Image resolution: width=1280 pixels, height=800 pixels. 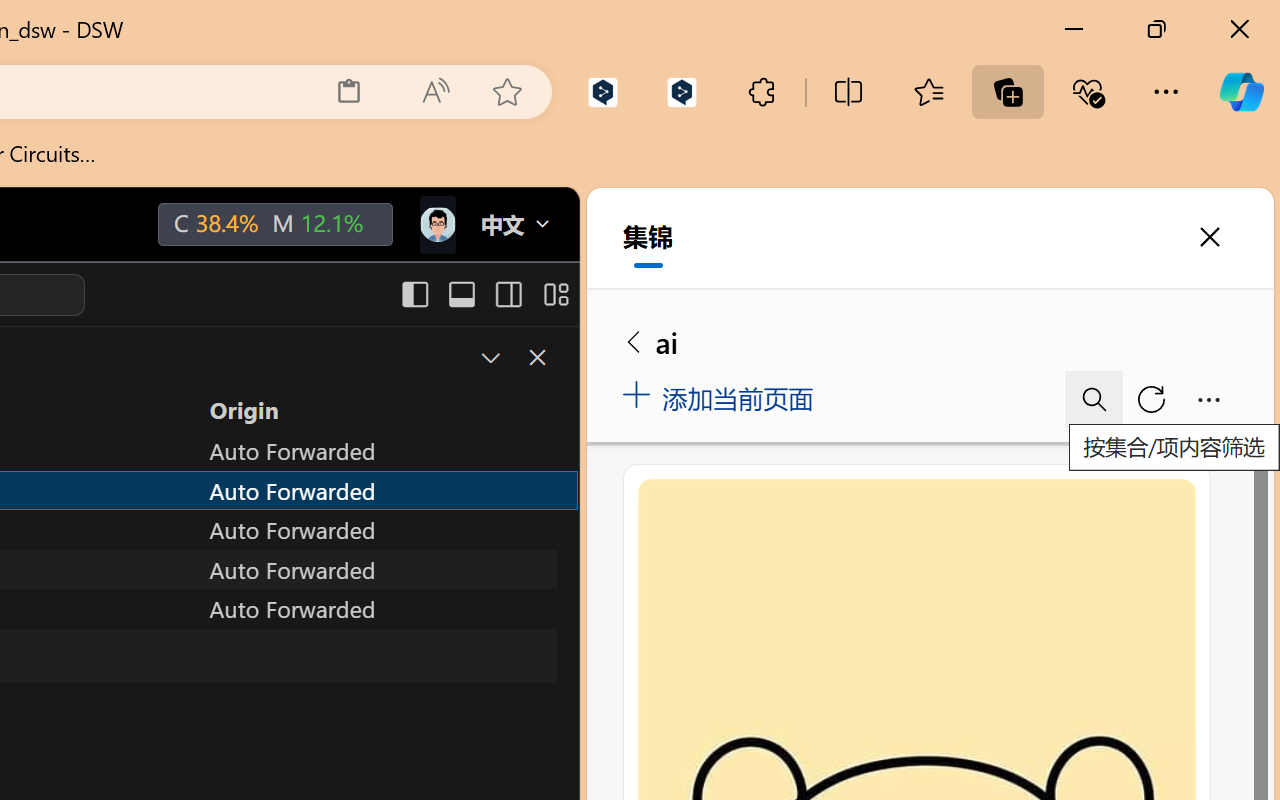 What do you see at coordinates (488, 357) in the screenshot?
I see `'Restore Panel Size'` at bounding box center [488, 357].